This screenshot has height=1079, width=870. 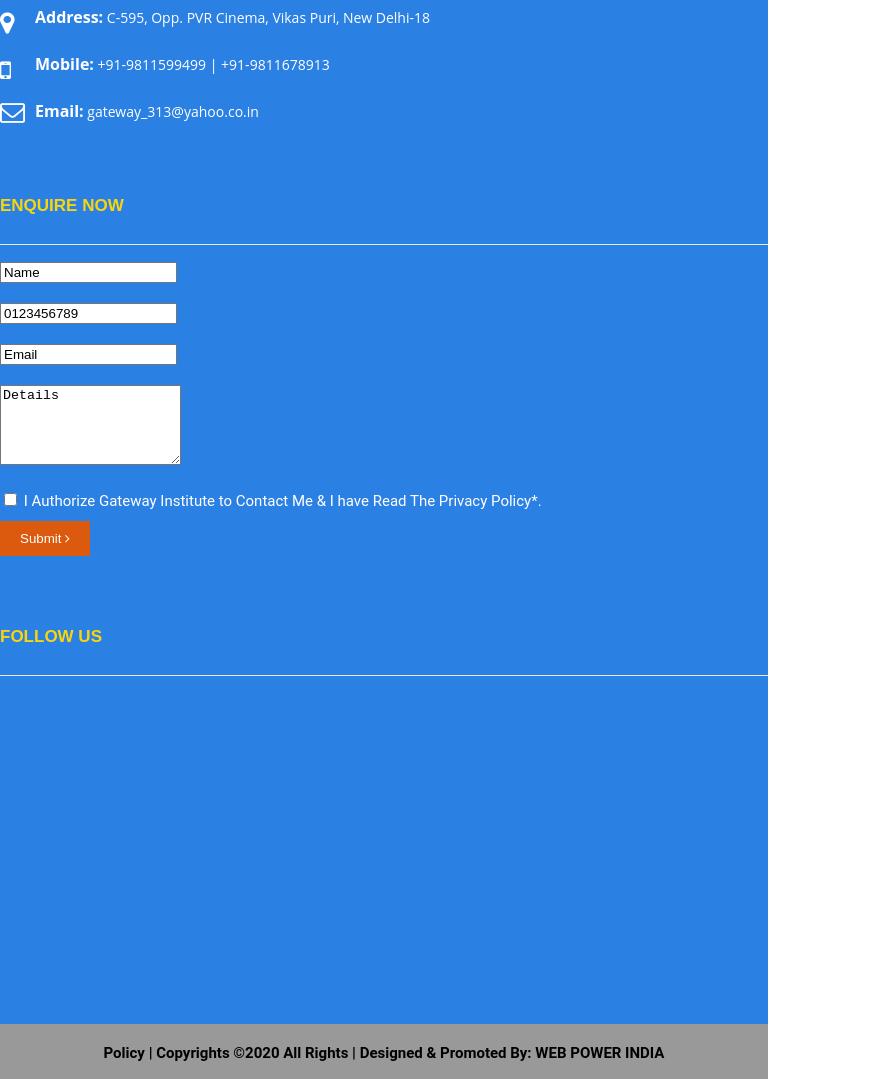 I want to click on '+91-9811599499', so click(x=150, y=63).